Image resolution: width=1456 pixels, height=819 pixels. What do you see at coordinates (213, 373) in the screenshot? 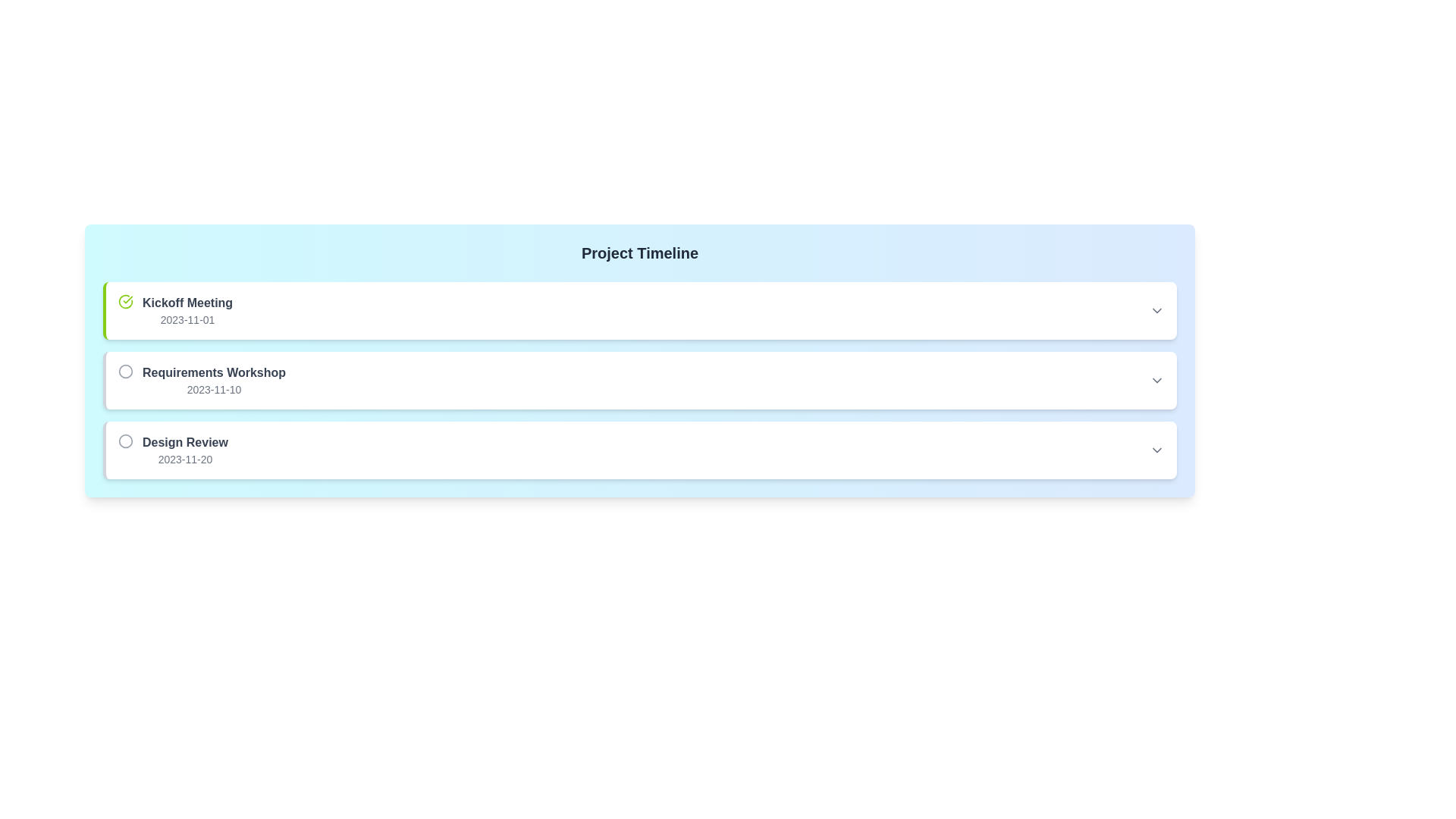
I see `the text label displaying the title 'Requirements Workshop' which is bold and dark gray in color, positioned at the top center of its card interface` at bounding box center [213, 373].